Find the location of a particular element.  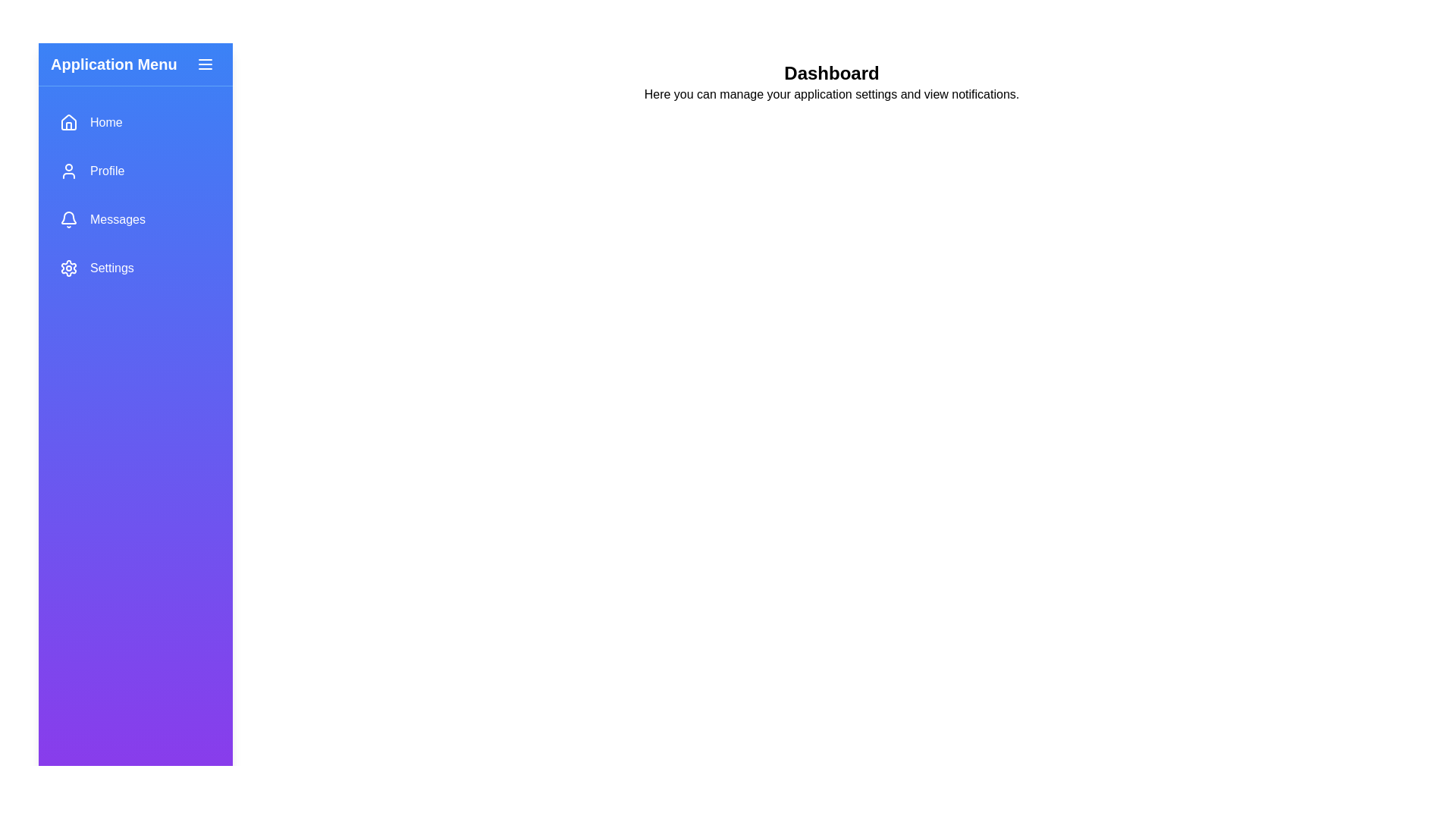

the static text element that reads 'Here you can manage your application settings and view notifications.', located beneath the bold heading 'Dashboard' is located at coordinates (831, 94).